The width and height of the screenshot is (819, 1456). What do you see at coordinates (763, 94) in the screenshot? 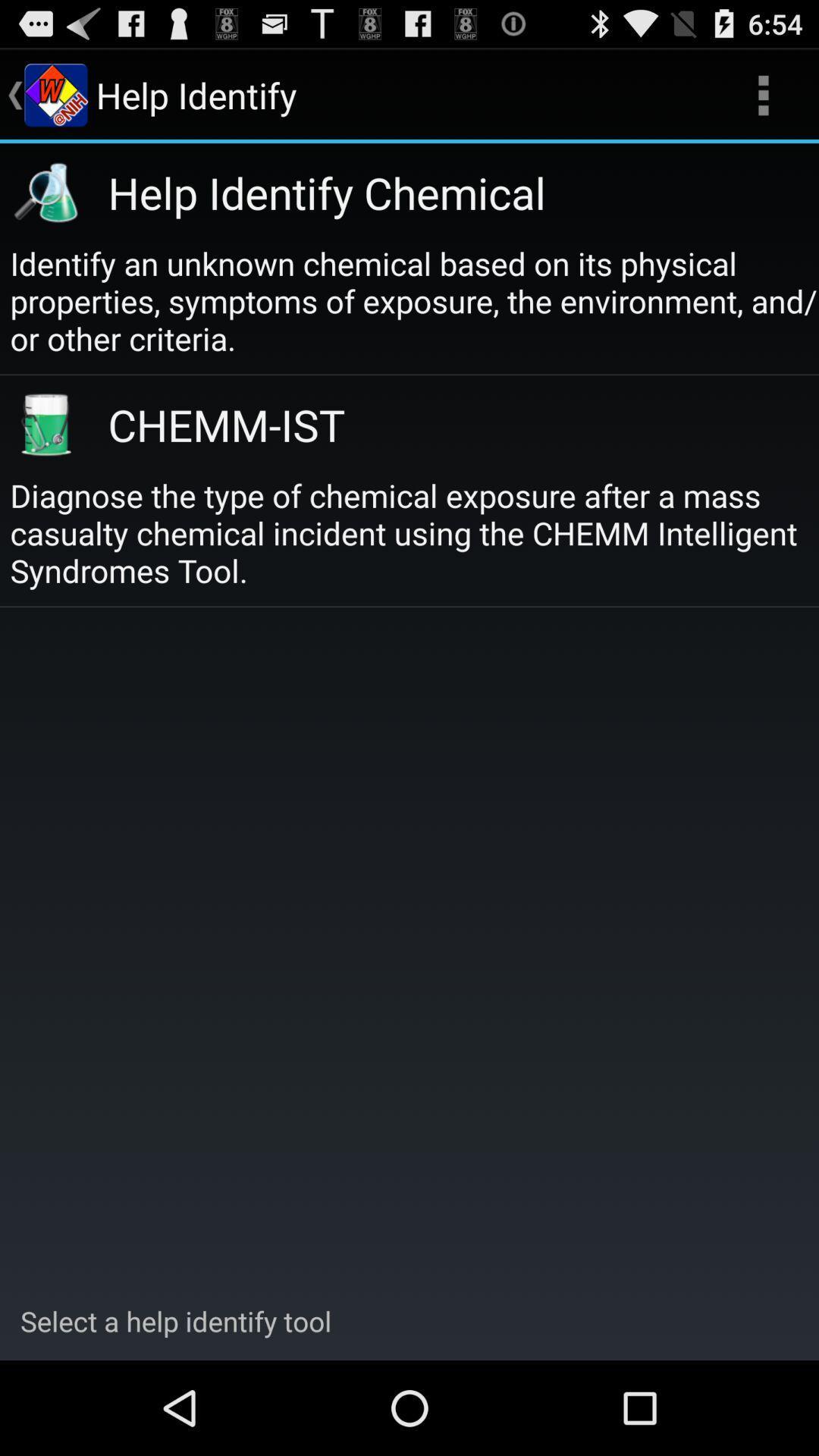
I see `app to the right of the help identify app` at bounding box center [763, 94].